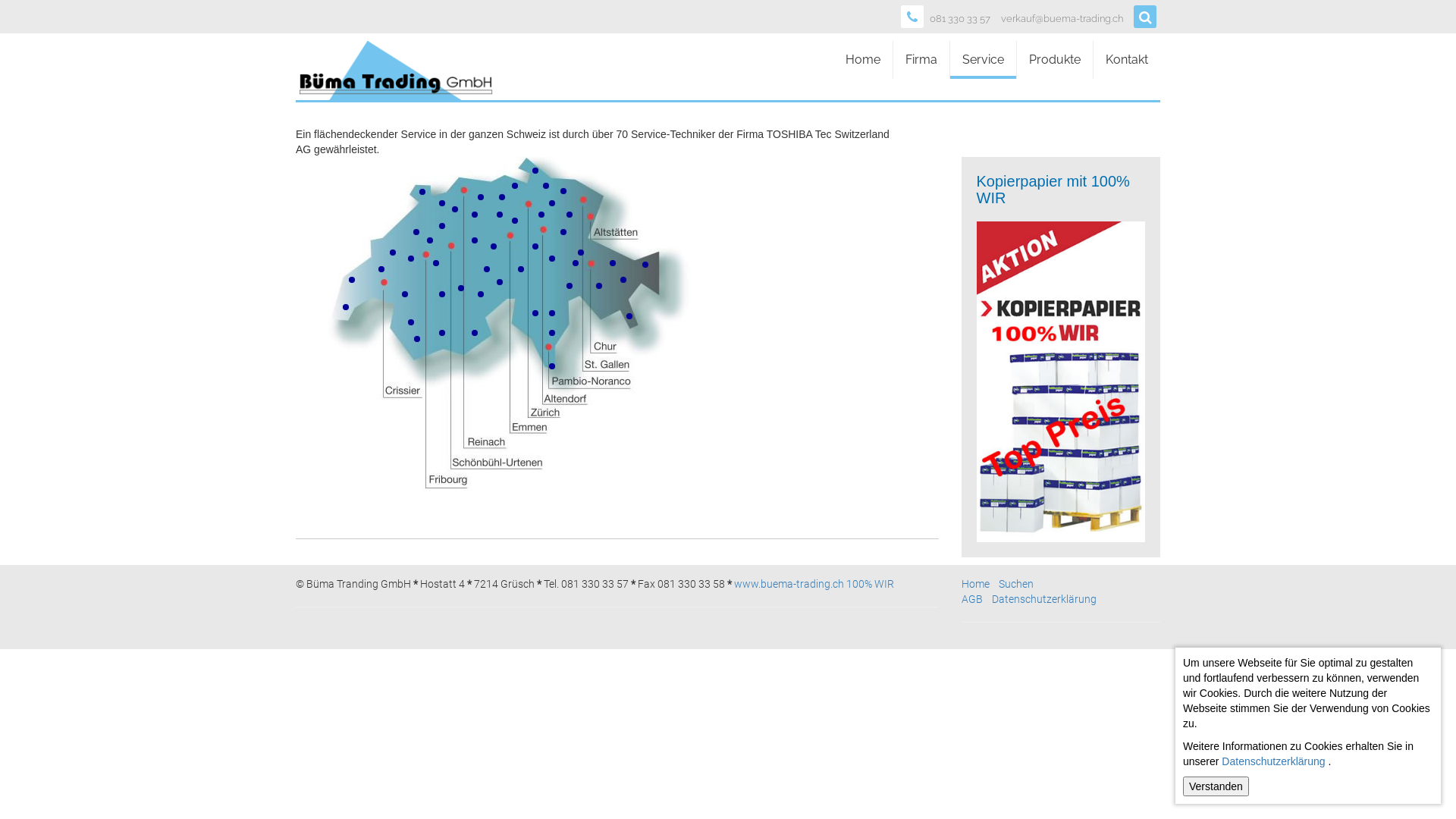 The height and width of the screenshot is (819, 1456). What do you see at coordinates (789, 583) in the screenshot?
I see `'www.buema-trading.ch'` at bounding box center [789, 583].